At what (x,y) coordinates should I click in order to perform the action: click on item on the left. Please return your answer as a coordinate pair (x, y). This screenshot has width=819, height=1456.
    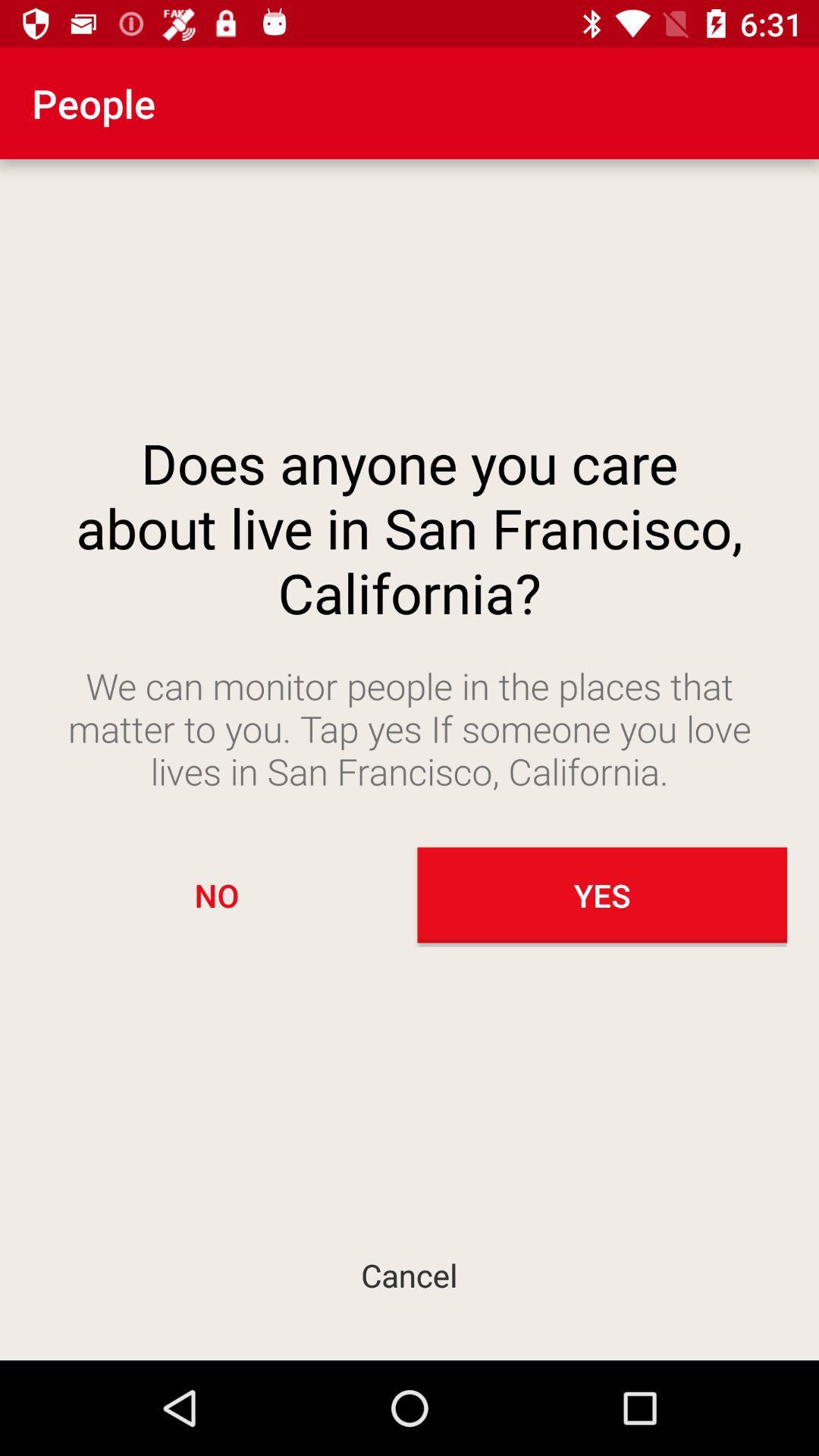
    Looking at the image, I should click on (216, 895).